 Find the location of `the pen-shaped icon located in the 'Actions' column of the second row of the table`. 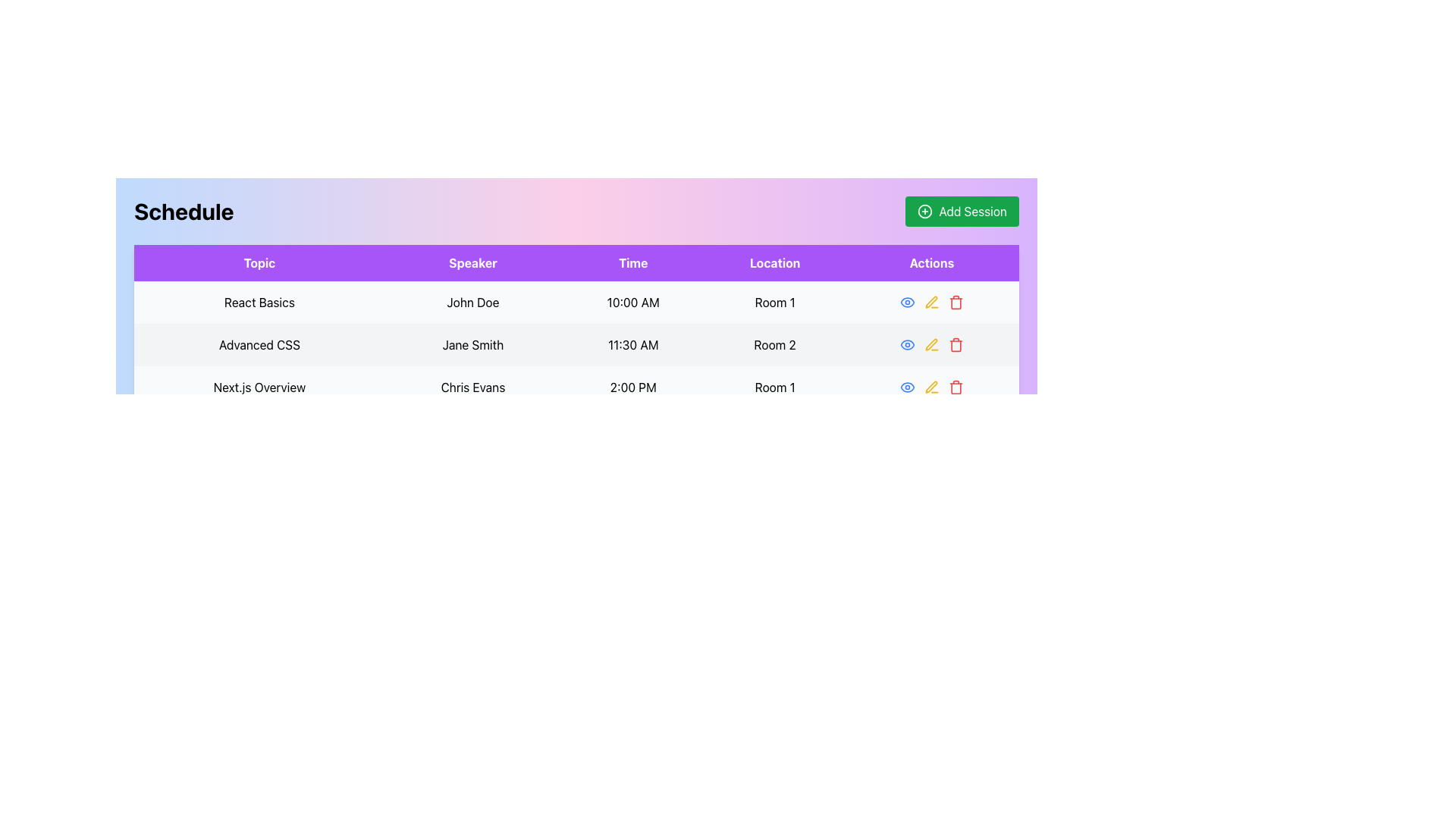

the pen-shaped icon located in the 'Actions' column of the second row of the table is located at coordinates (930, 302).